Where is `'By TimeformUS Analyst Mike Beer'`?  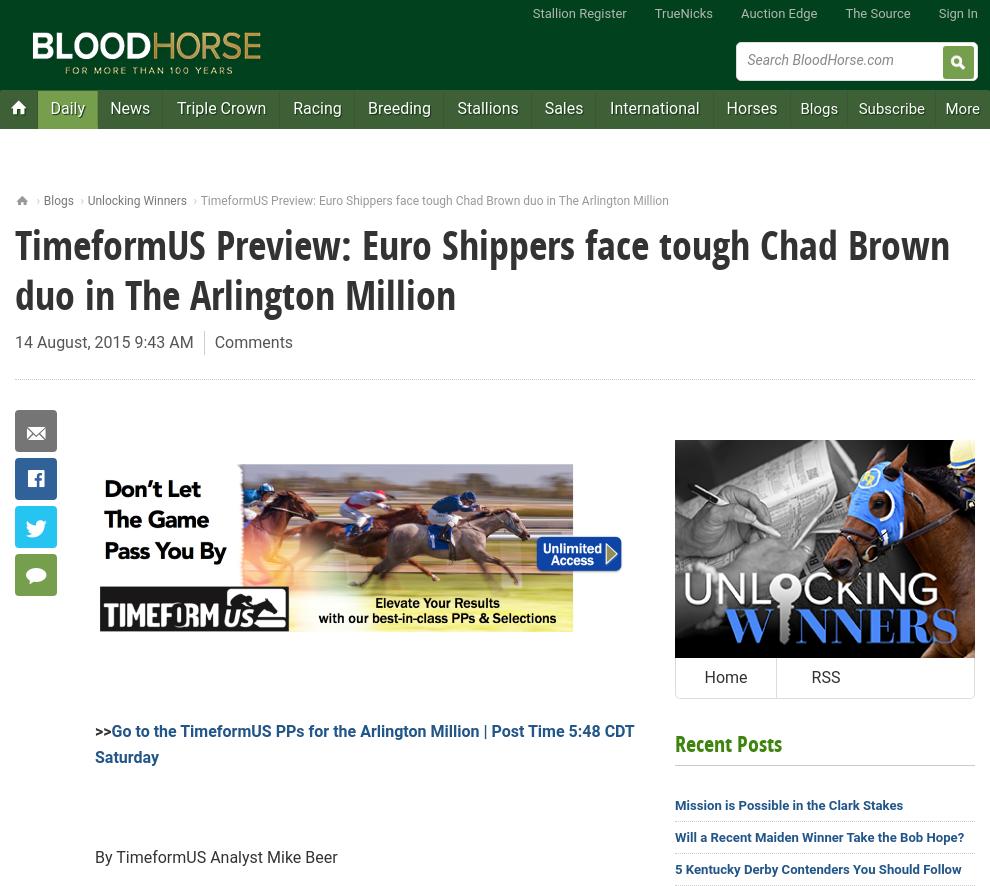
'By TimeformUS Analyst Mike Beer' is located at coordinates (215, 856).